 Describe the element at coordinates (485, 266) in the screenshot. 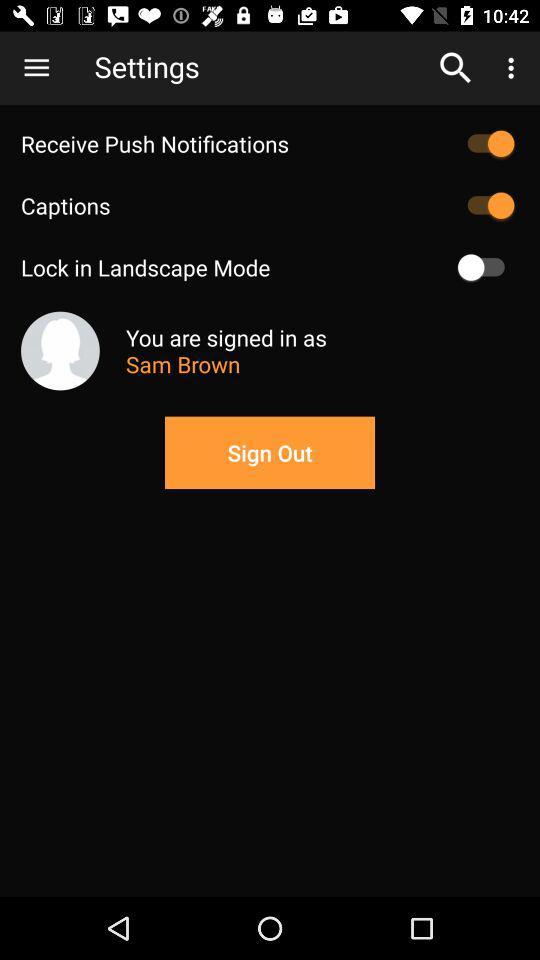

I see `option on` at that location.